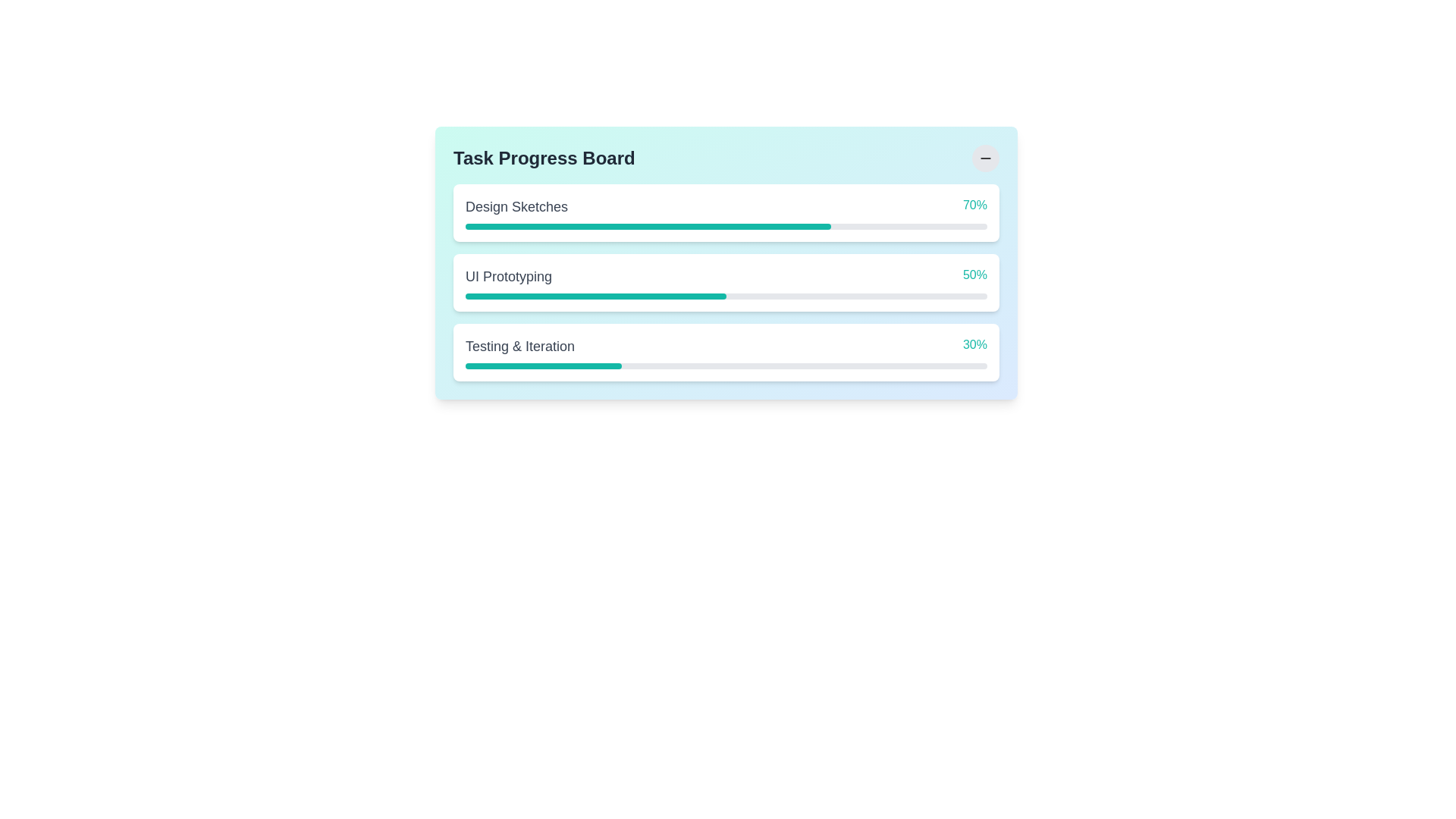 The image size is (1456, 819). Describe the element at coordinates (975, 207) in the screenshot. I see `the static text display indicating the completion percentage for the 'Design Sketches' task, located on the right side of the progress board interface` at that location.